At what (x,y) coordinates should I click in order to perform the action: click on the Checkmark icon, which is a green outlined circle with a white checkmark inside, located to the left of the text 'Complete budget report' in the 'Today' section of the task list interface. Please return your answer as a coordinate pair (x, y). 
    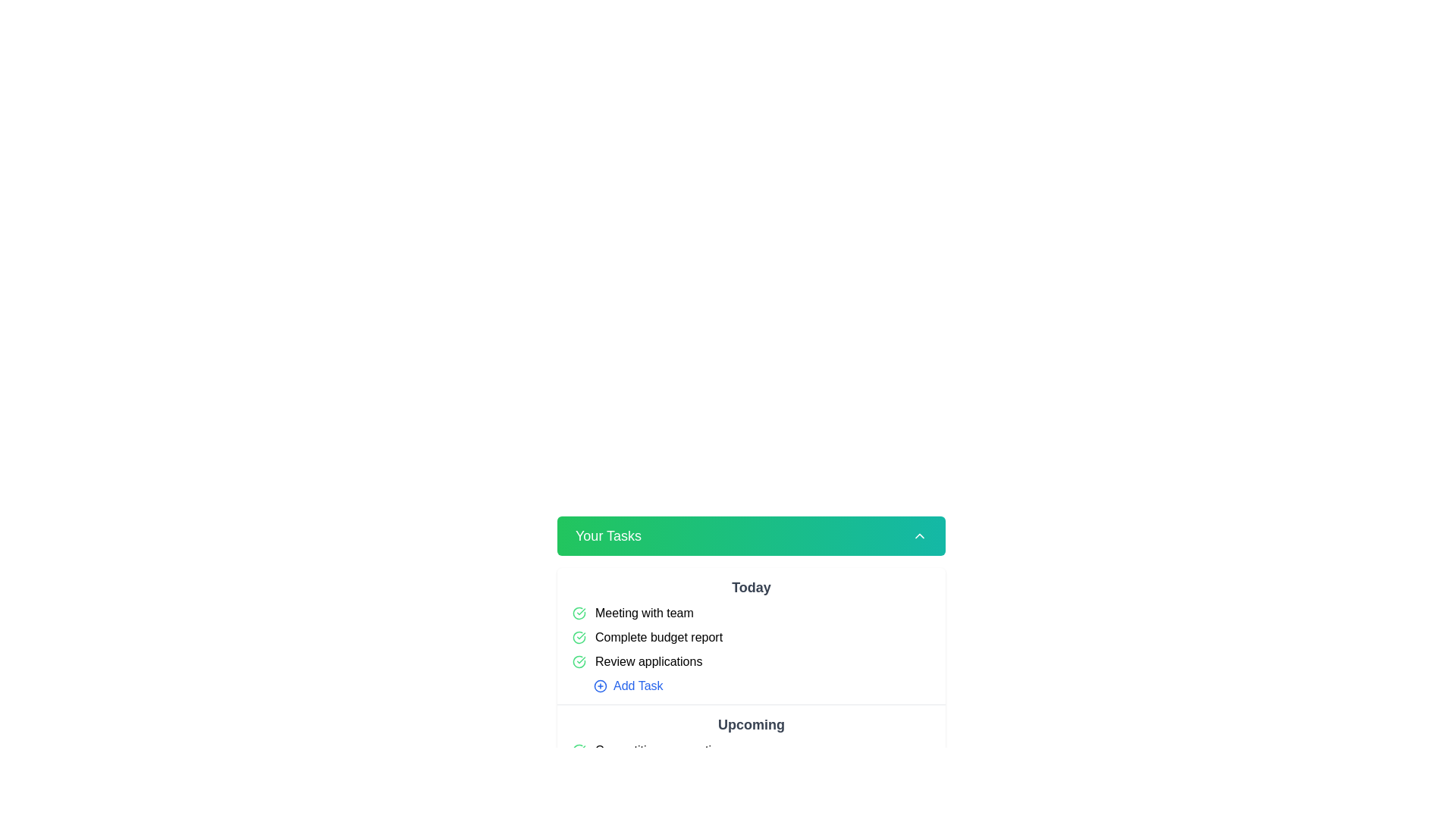
    Looking at the image, I should click on (578, 637).